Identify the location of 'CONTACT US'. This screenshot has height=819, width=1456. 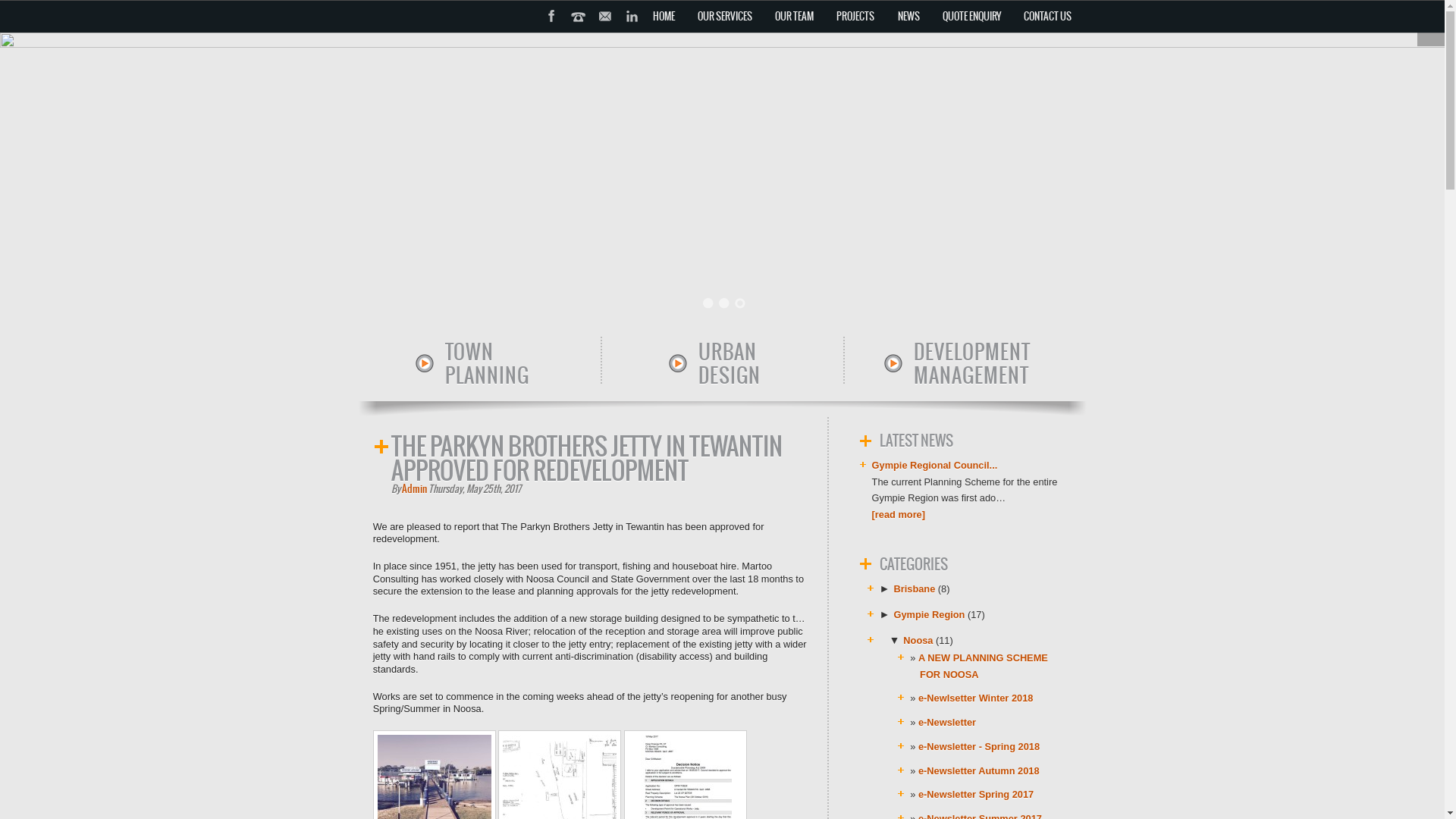
(1015, 17).